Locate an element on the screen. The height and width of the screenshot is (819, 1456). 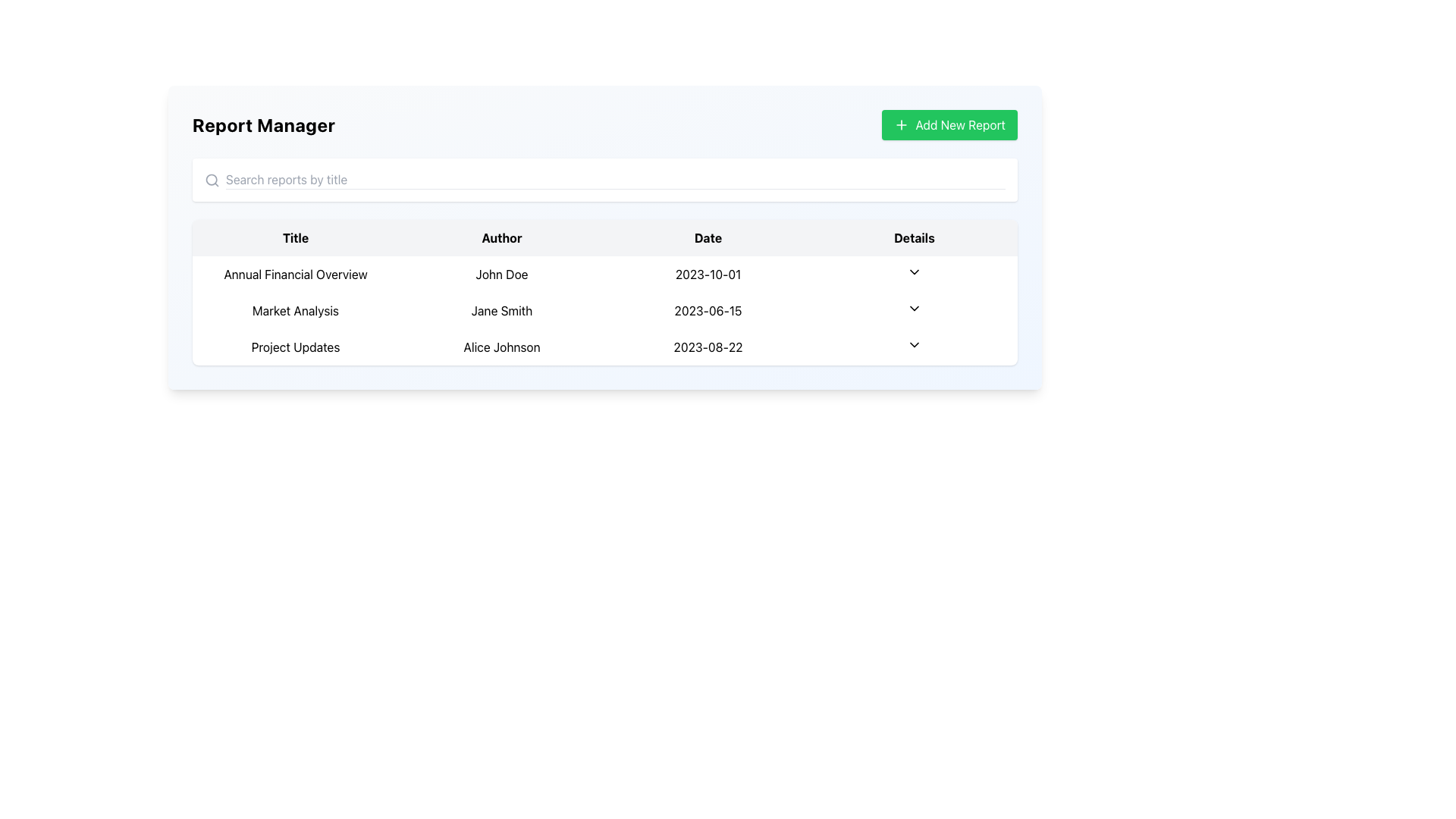
the third row of the 'Project Updates' table, which contains 'Alice Johnson' as the author and '2023-08-22' as the date is located at coordinates (604, 347).